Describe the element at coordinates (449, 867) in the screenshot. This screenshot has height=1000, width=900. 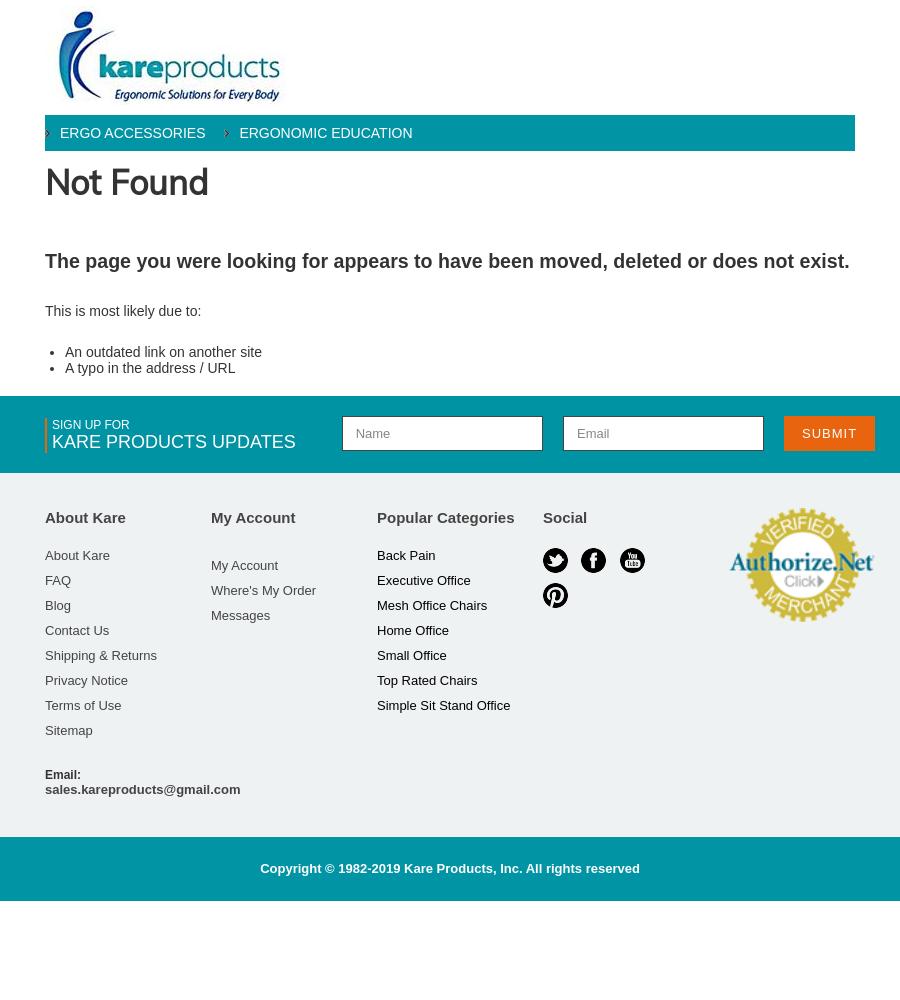
I see `'Copyright © 1982-2019 Kare Products, Inc. All rights reserved'` at that location.